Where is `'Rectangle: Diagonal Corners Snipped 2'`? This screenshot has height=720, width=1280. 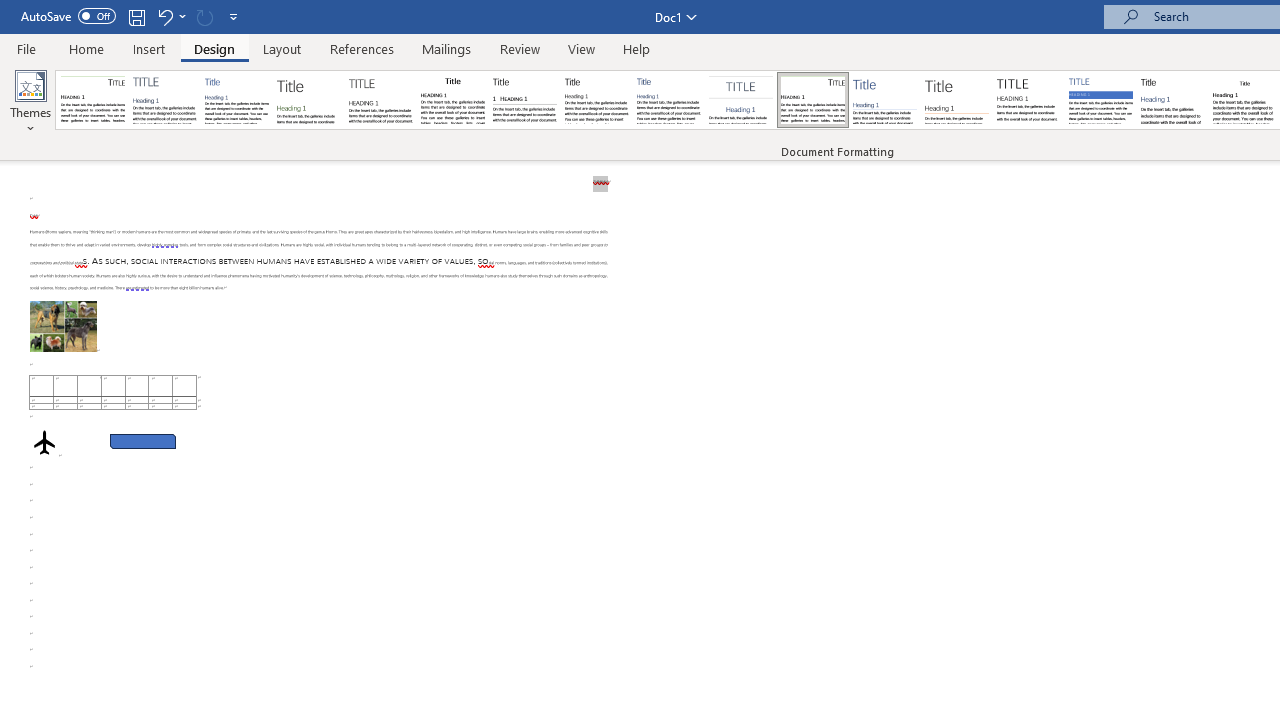 'Rectangle: Diagonal Corners Snipped 2' is located at coordinates (142, 440).